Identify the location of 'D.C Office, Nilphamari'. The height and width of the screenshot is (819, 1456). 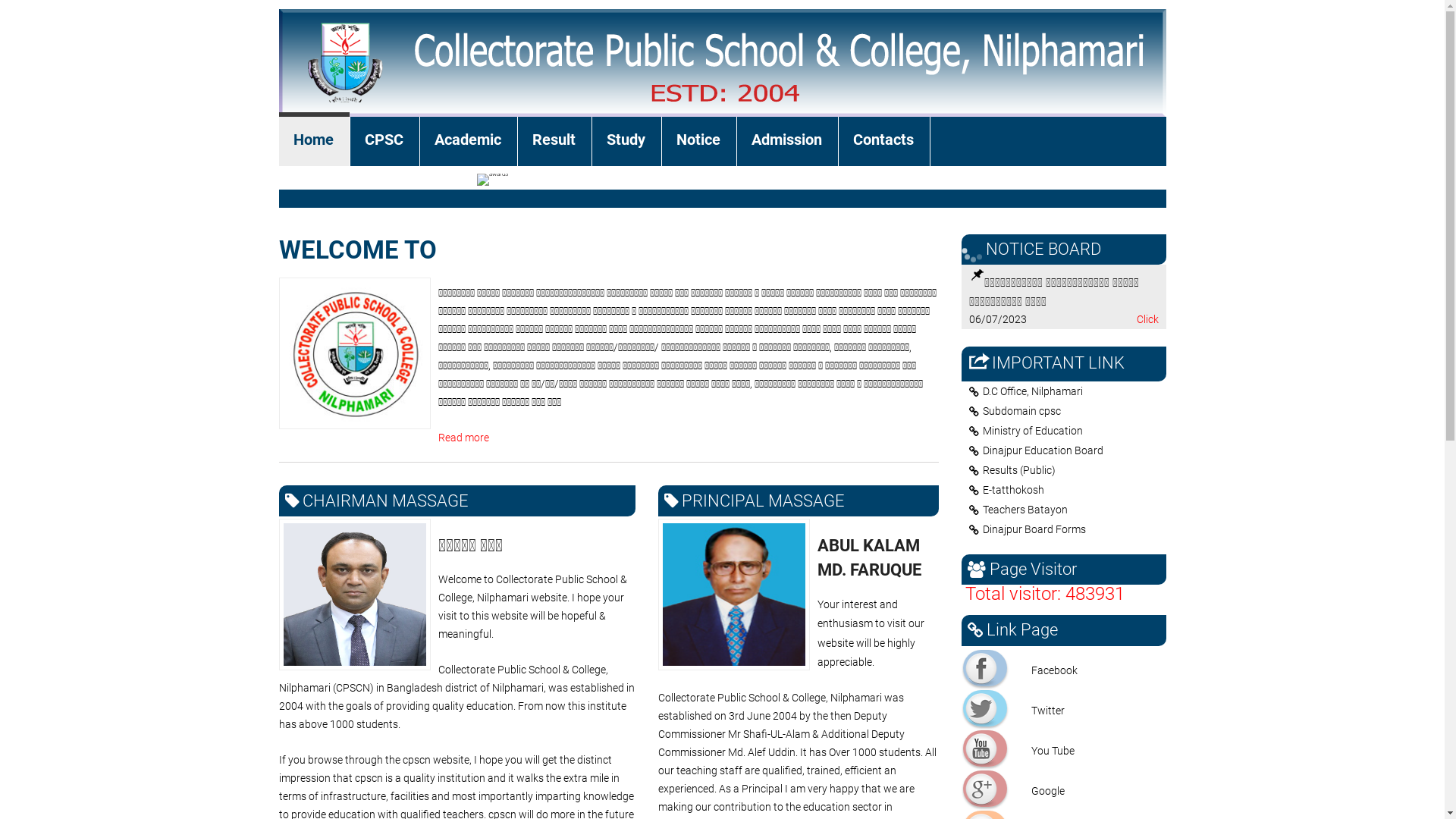
(1066, 391).